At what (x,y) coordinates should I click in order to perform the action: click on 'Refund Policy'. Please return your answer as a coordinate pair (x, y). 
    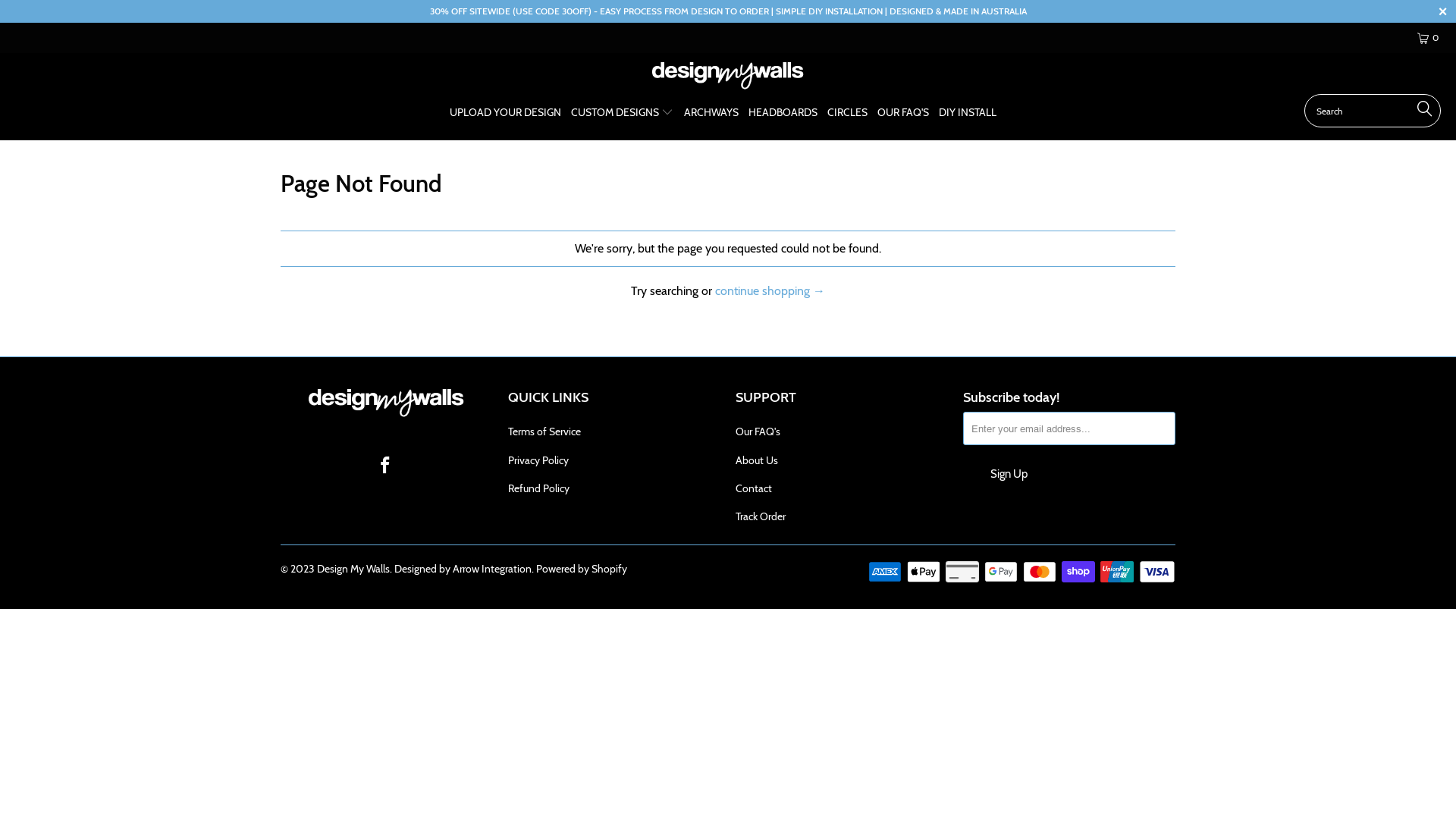
    Looking at the image, I should click on (538, 488).